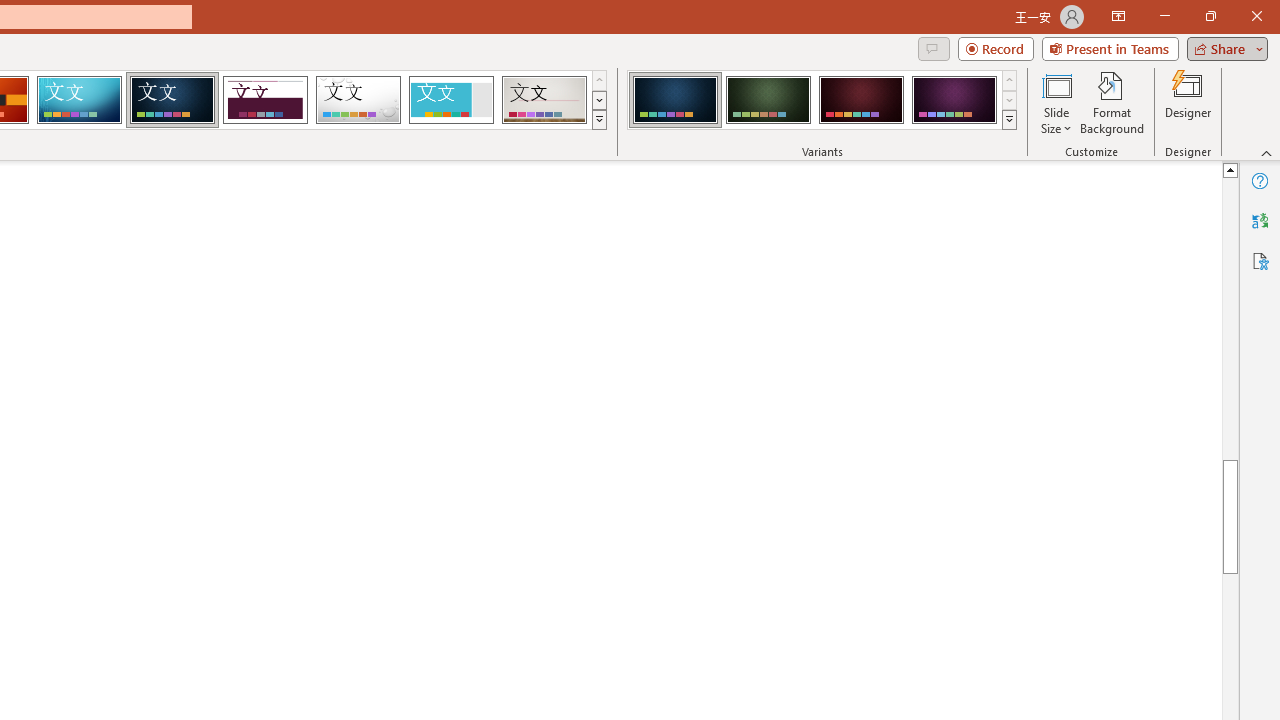 This screenshot has height=720, width=1280. I want to click on 'Damask Variant 3', so click(861, 100).